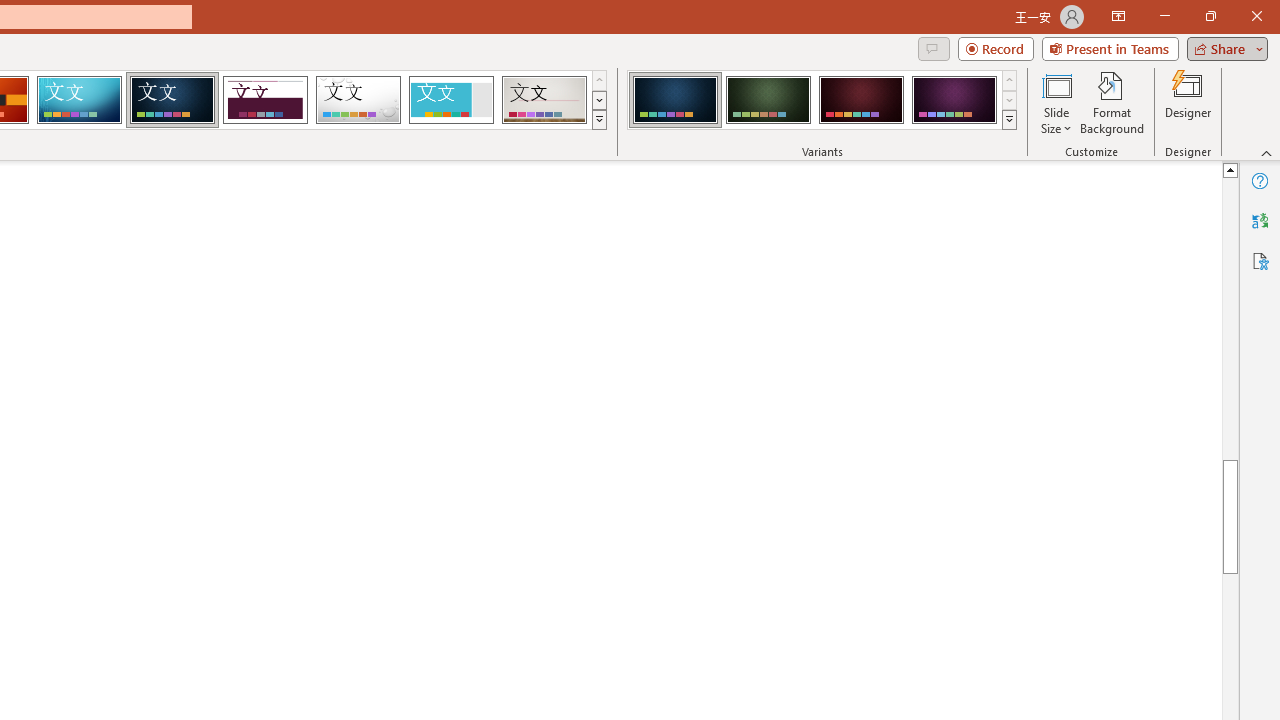 This screenshot has height=720, width=1280. I want to click on 'Damask Variant 3', so click(861, 100).